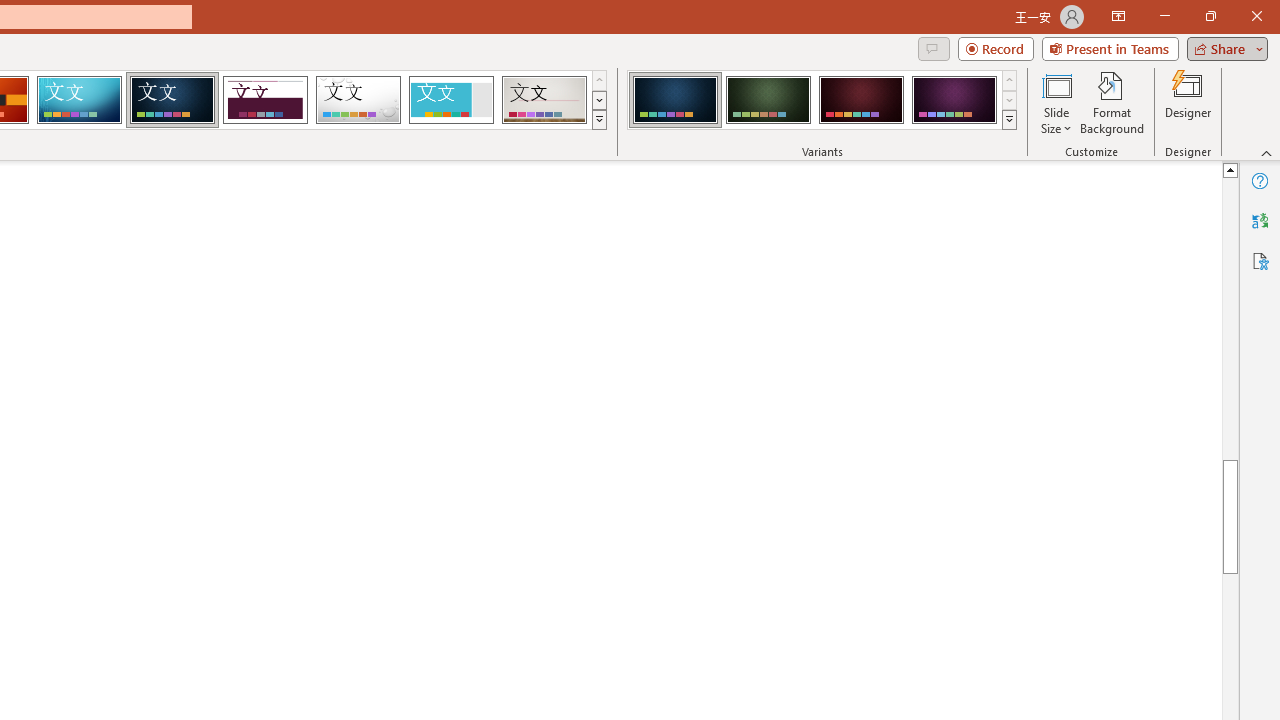 This screenshot has height=720, width=1280. I want to click on 'Damask Variant 3', so click(861, 100).